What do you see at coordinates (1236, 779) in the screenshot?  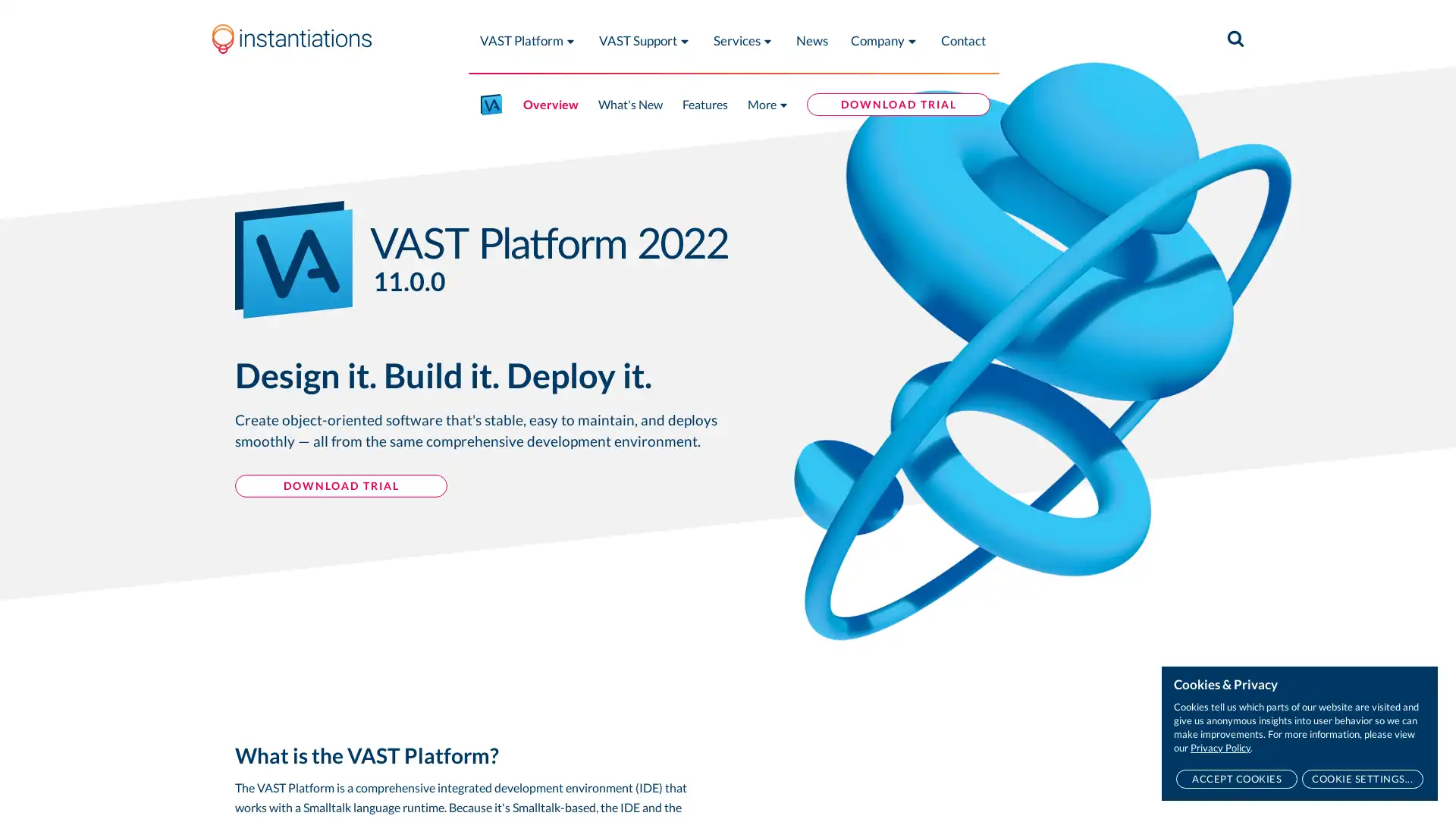 I see `ACCEPT COOKIES` at bounding box center [1236, 779].